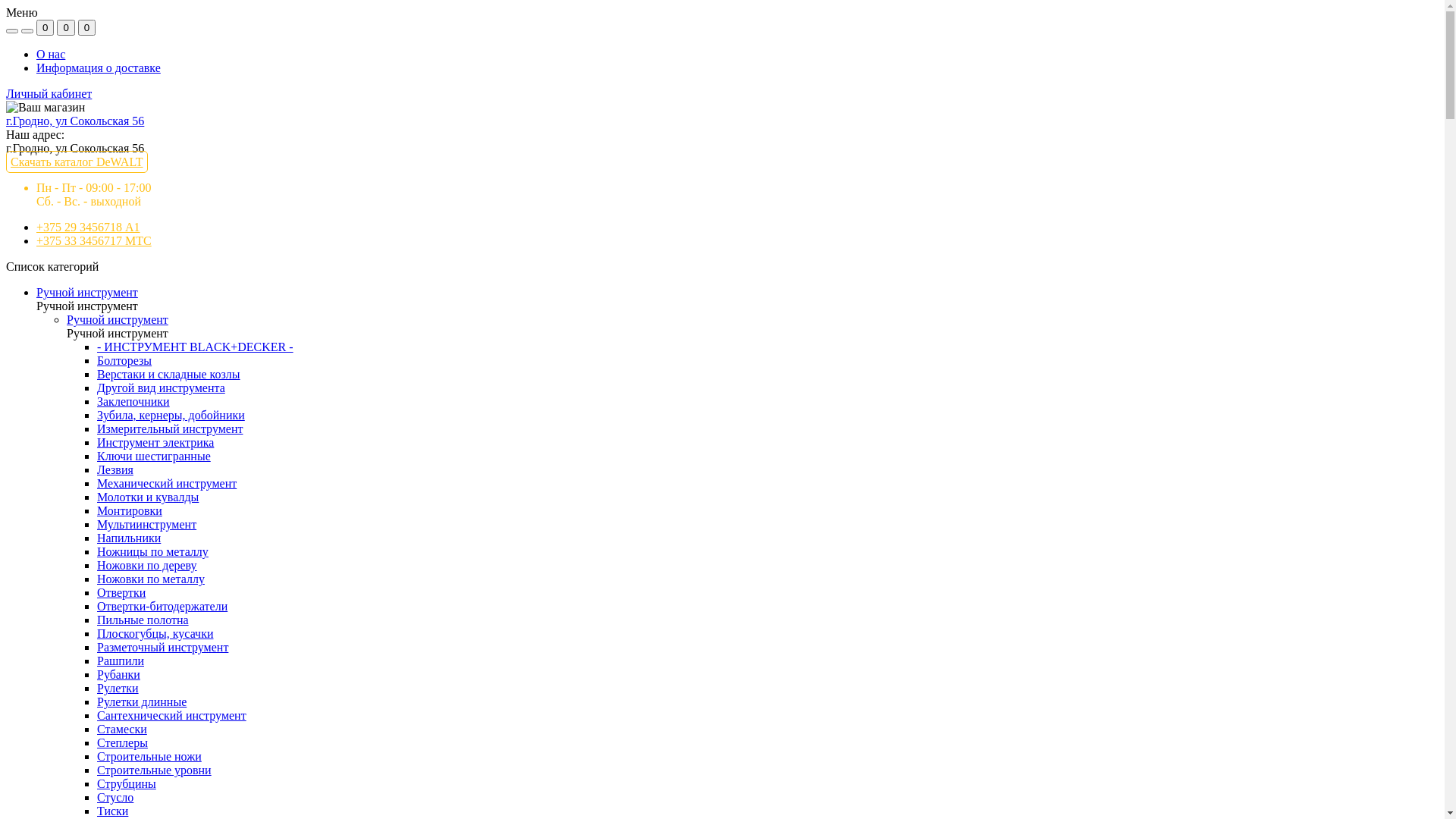 The height and width of the screenshot is (819, 1456). I want to click on '0', so click(86, 27).